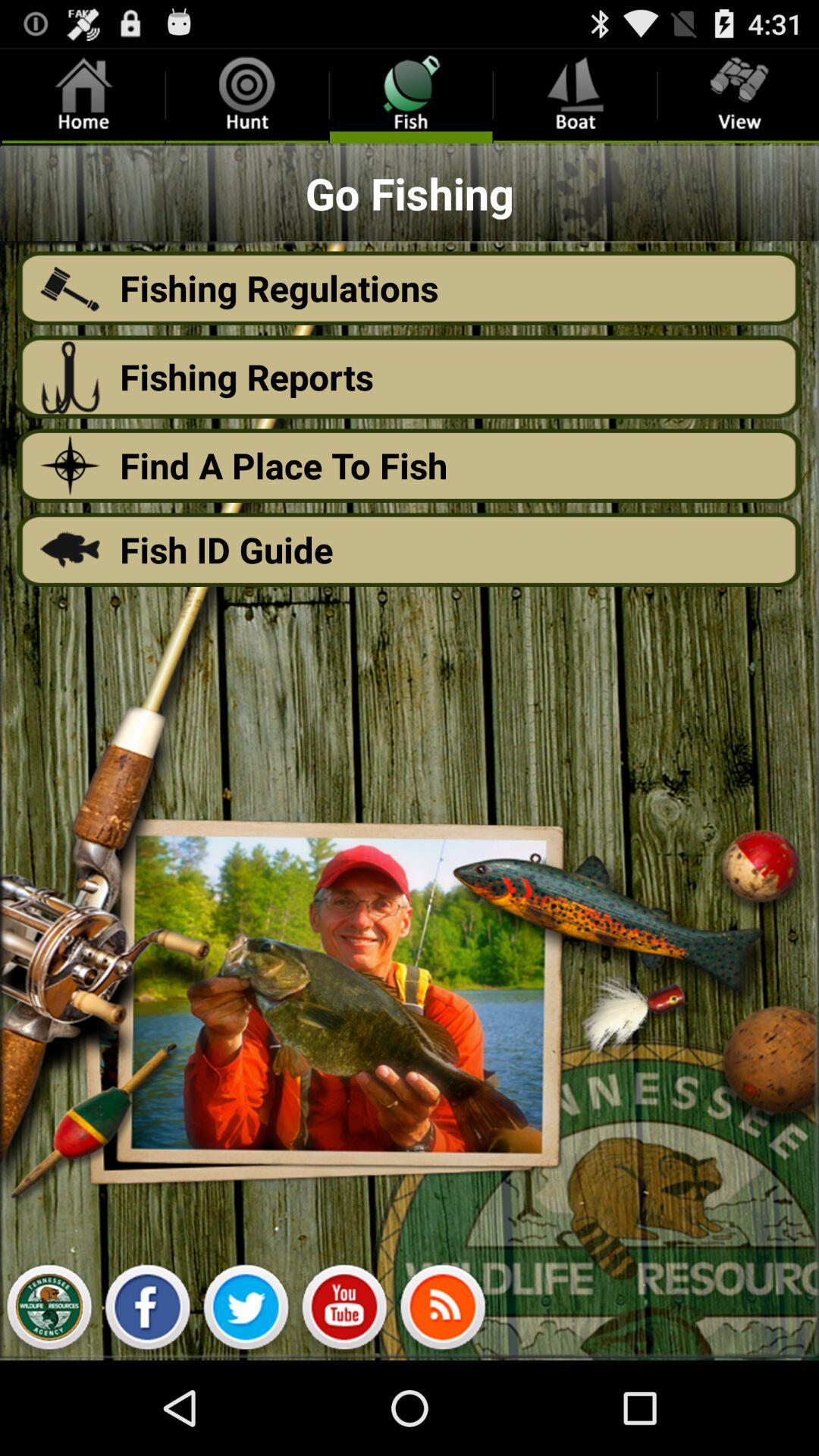 This screenshot has height=1456, width=819. I want to click on wildlife agency website, so click(48, 1310).